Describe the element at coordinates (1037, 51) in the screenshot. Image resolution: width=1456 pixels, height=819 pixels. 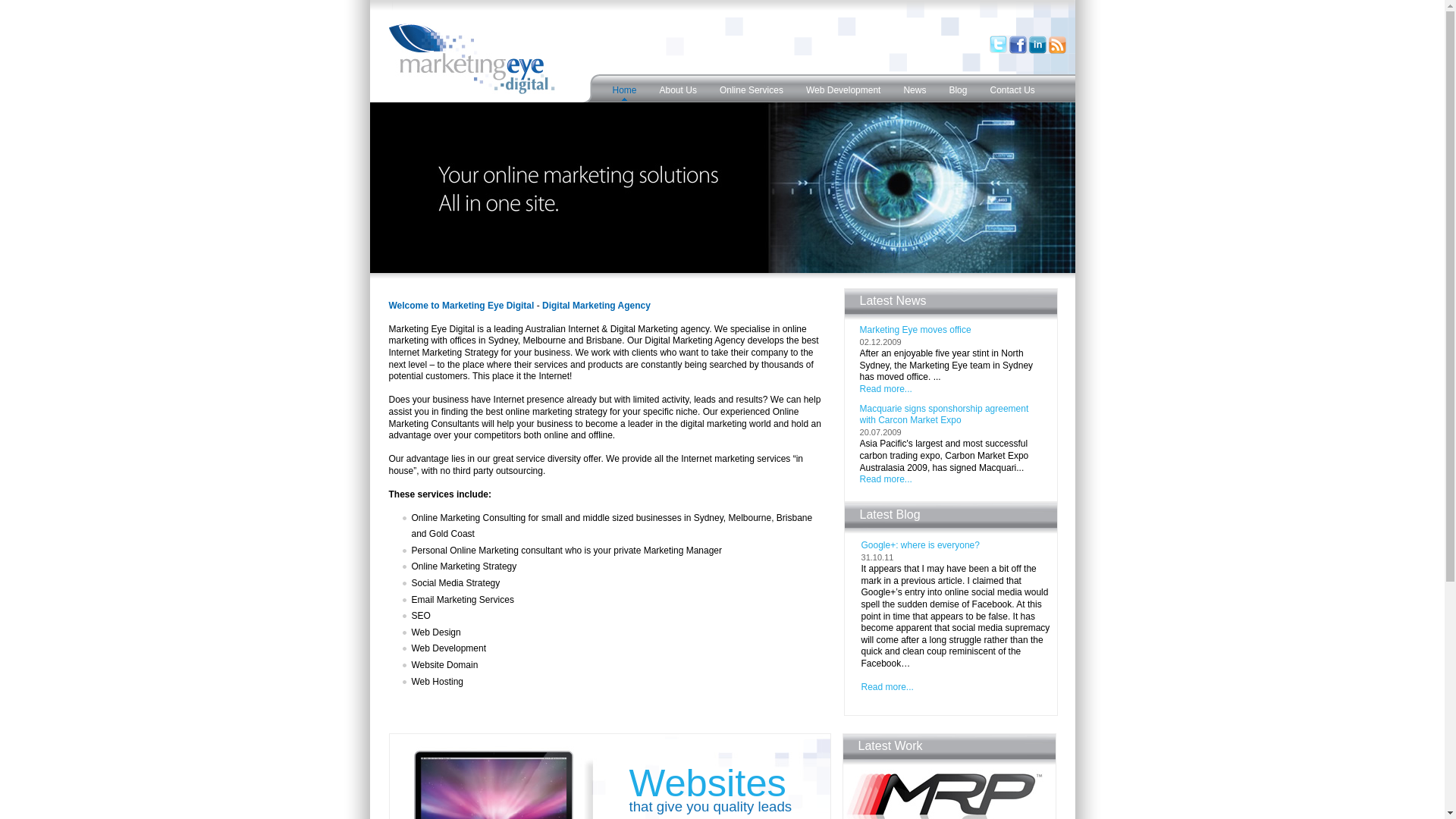
I see `'LinkedIn'` at that location.